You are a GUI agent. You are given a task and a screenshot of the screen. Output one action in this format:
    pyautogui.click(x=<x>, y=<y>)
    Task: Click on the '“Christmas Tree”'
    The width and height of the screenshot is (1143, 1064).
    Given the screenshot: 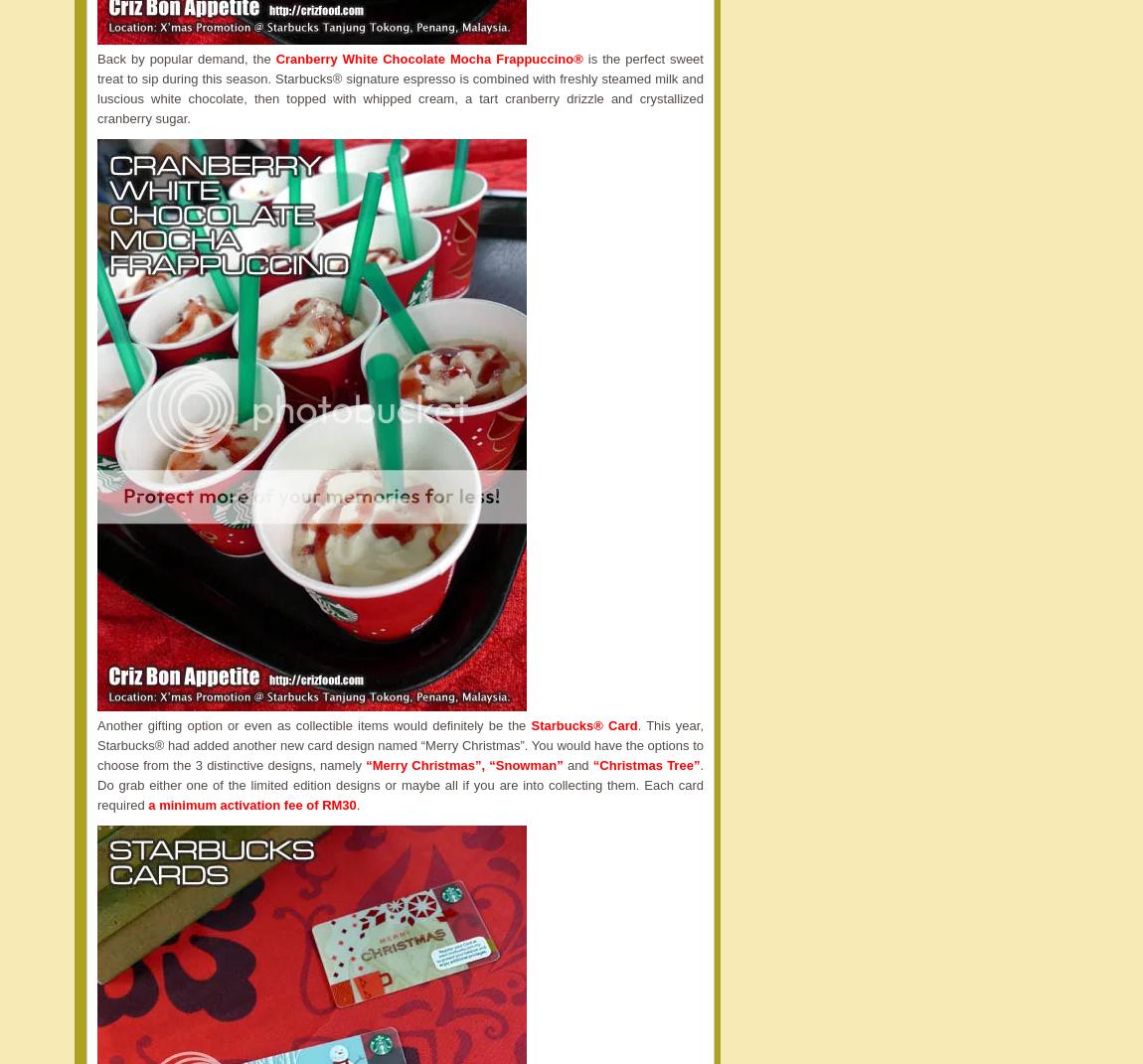 What is the action you would take?
    pyautogui.click(x=591, y=764)
    